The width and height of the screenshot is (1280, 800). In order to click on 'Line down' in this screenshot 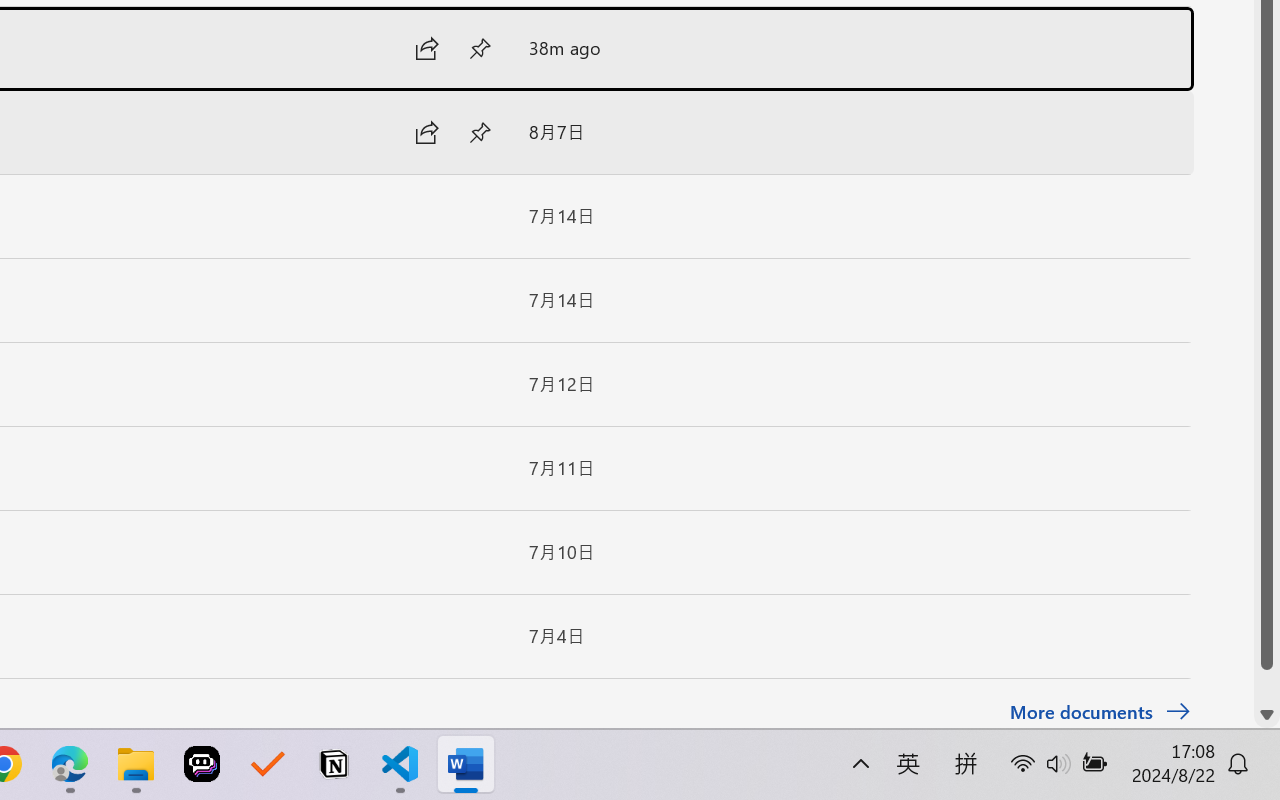, I will do `click(1266, 714)`.